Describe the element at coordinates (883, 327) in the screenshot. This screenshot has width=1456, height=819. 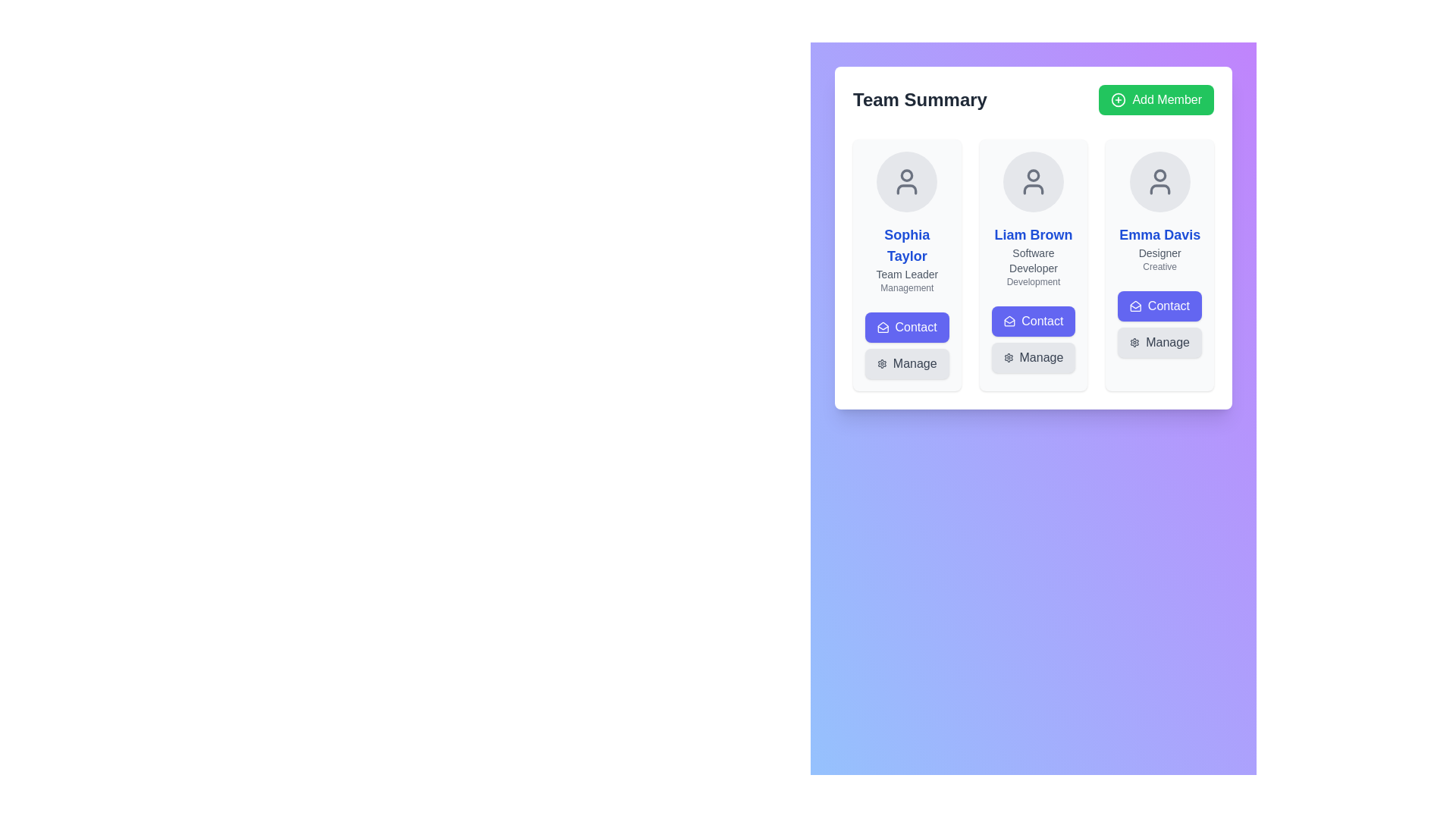
I see `the open envelope icon representing email communication located within the 'Contact' button for user 'Liam Brown'` at that location.